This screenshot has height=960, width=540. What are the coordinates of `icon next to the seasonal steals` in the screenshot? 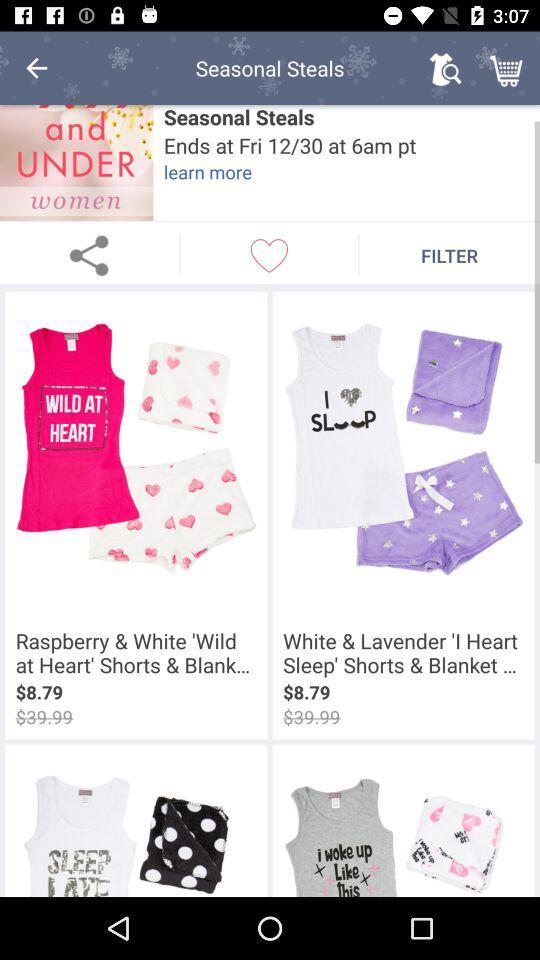 It's located at (36, 68).